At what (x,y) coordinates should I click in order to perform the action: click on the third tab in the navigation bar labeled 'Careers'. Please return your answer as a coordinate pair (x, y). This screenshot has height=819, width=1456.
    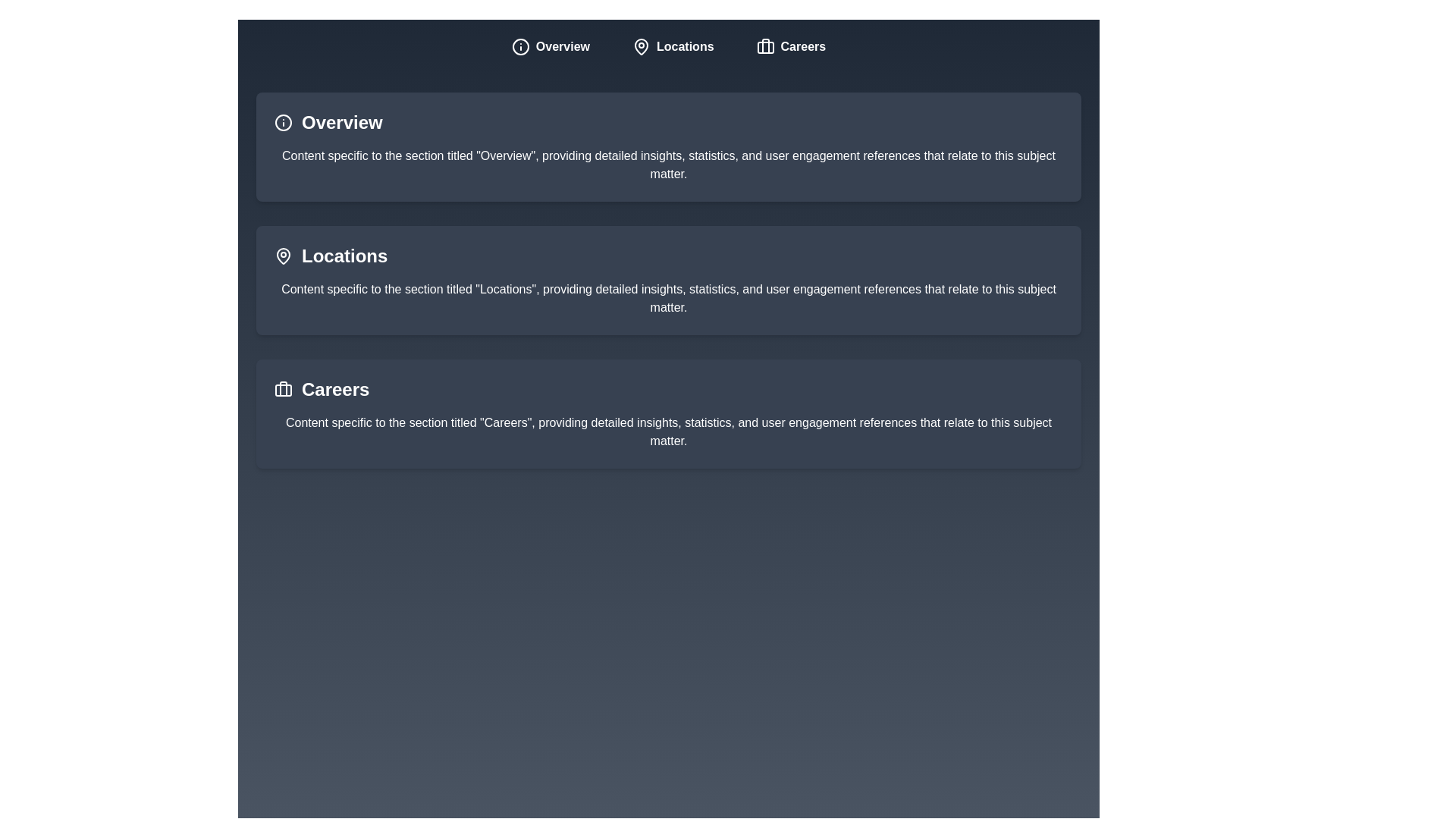
    Looking at the image, I should click on (790, 45).